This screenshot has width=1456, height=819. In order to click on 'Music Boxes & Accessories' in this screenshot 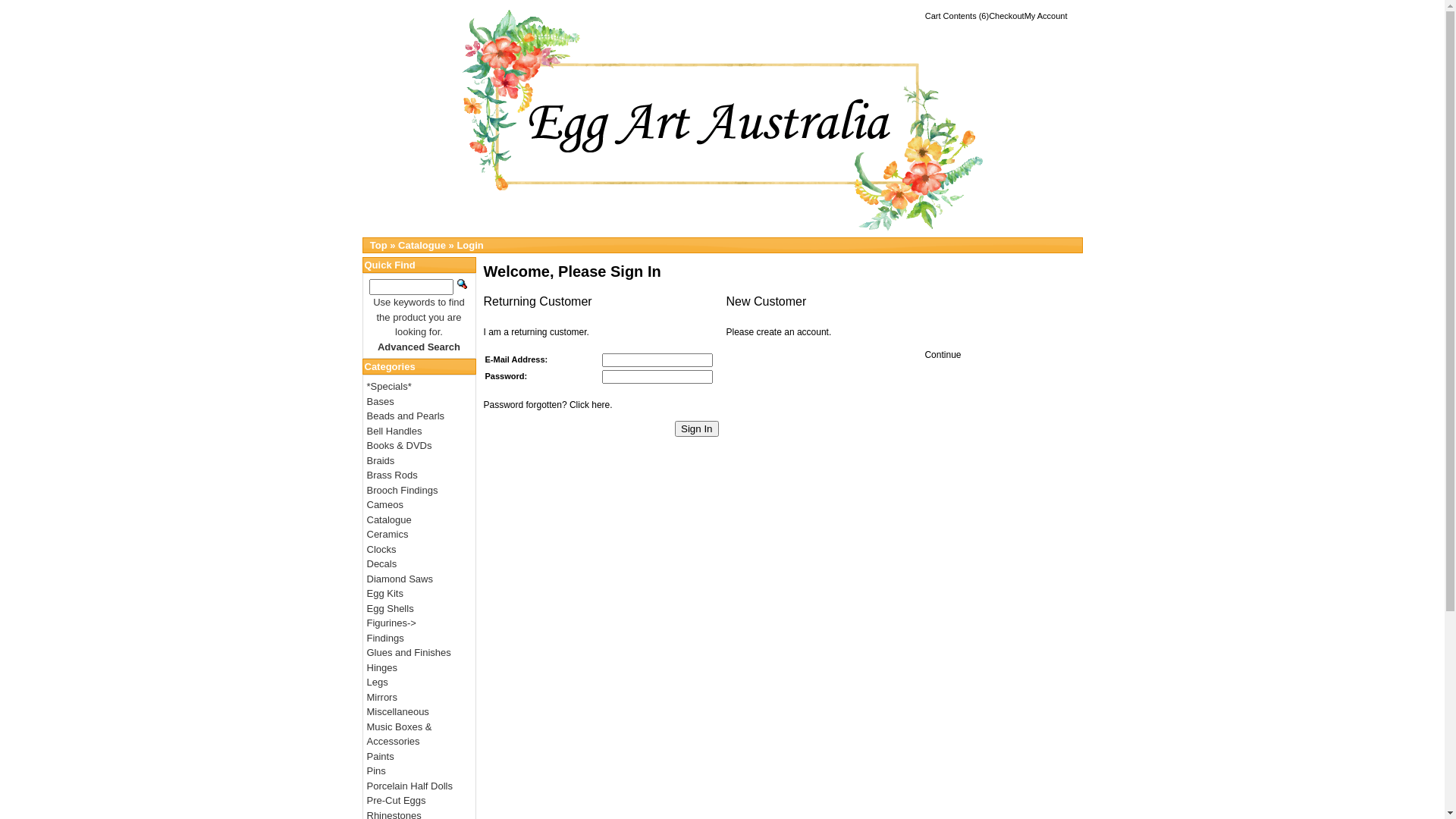, I will do `click(400, 733)`.